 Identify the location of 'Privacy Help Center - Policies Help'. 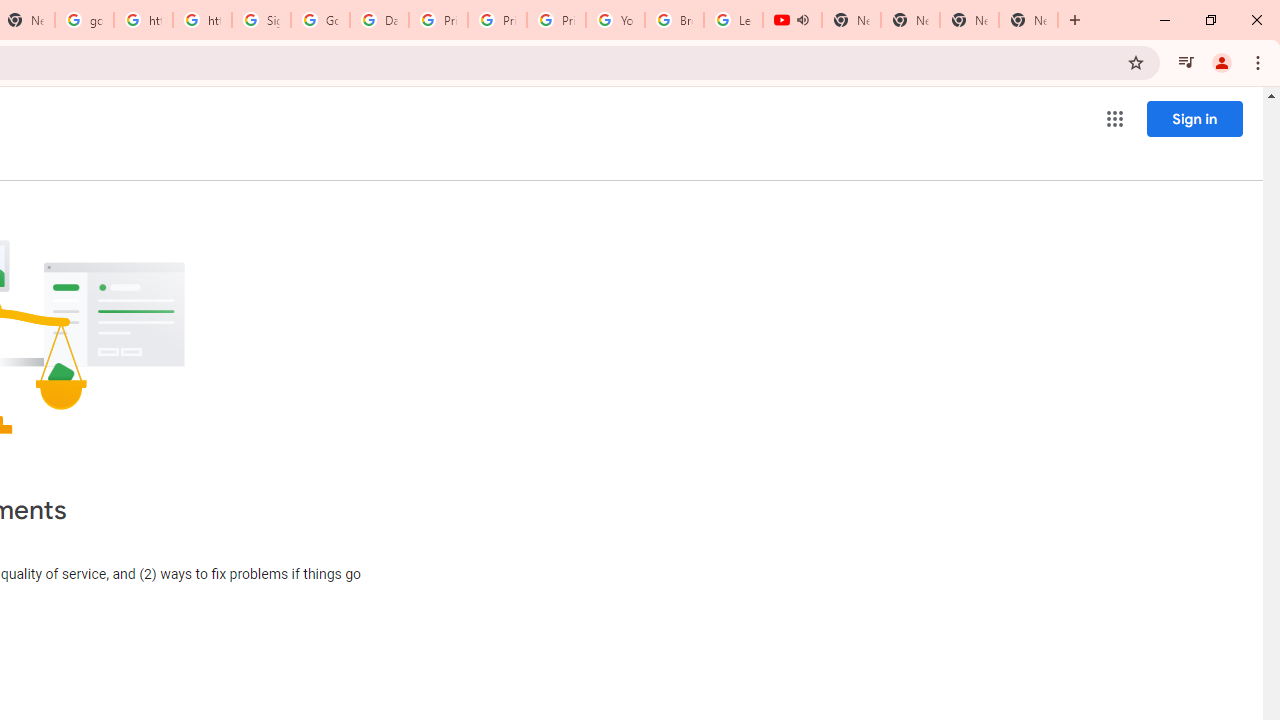
(437, 20).